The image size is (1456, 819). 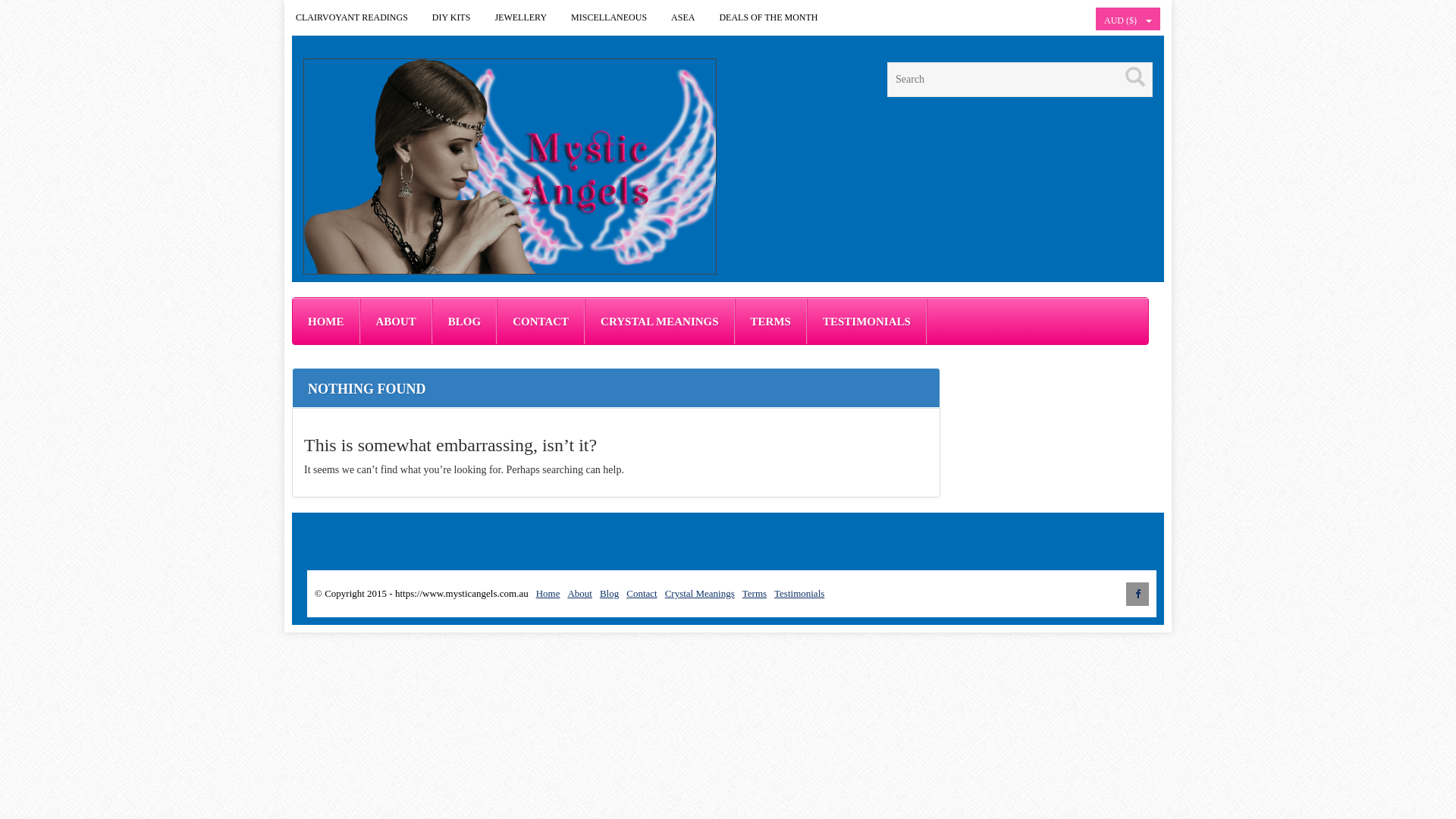 I want to click on 'DIY KITS', so click(x=450, y=17).